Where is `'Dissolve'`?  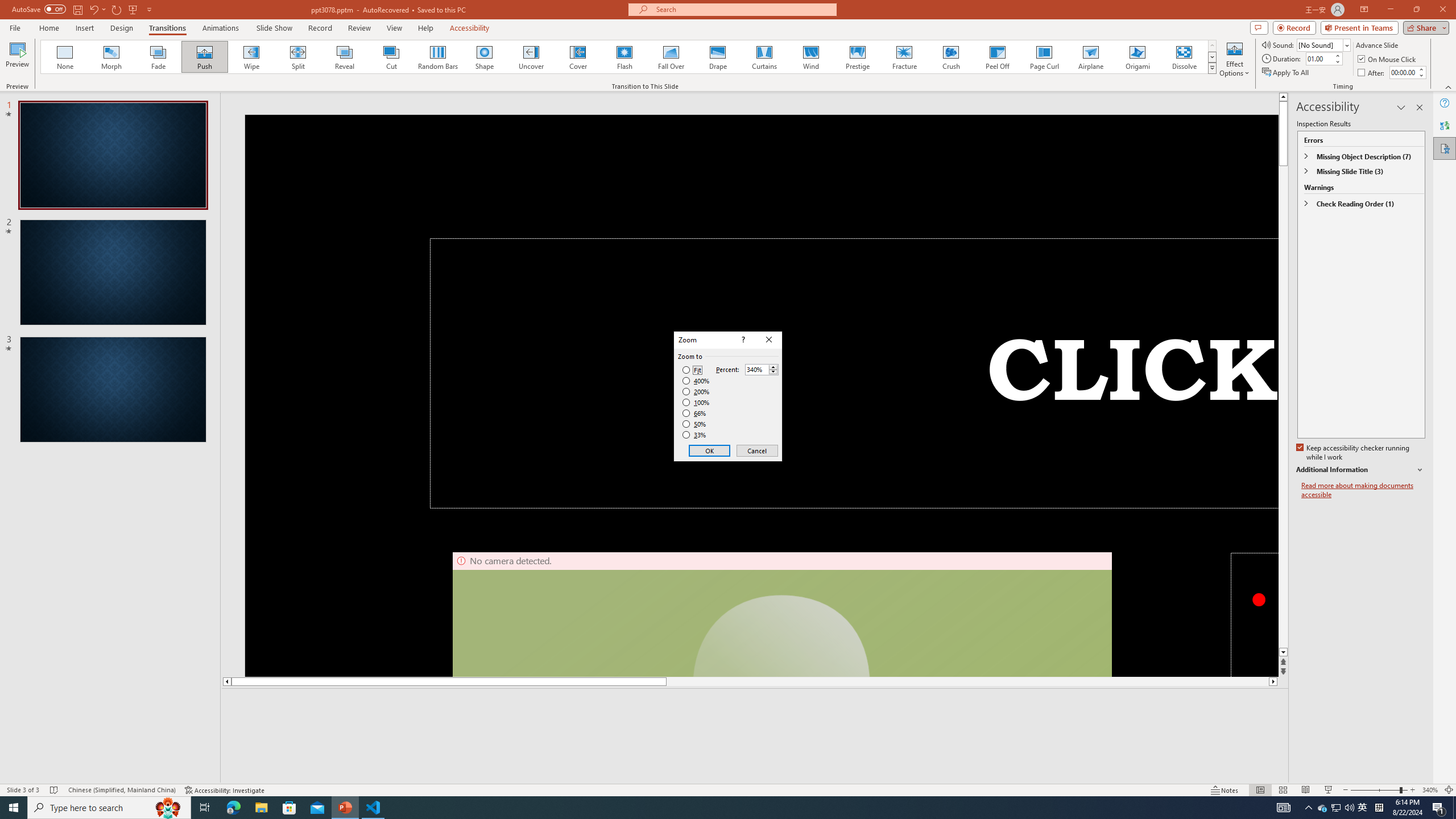 'Dissolve' is located at coordinates (1183, 56).